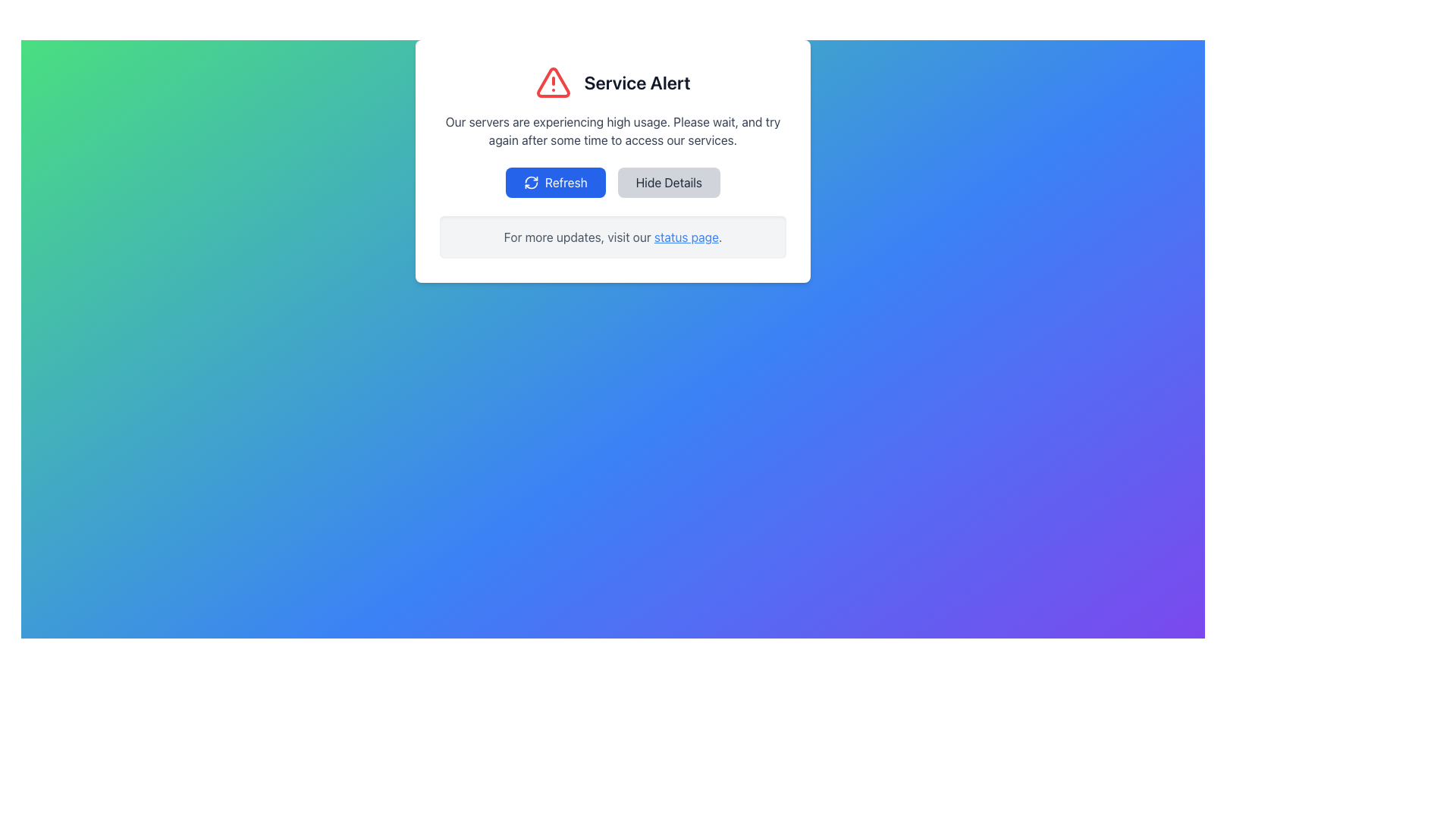 The height and width of the screenshot is (819, 1456). What do you see at coordinates (668, 181) in the screenshot?
I see `the 'Hide Details' button with black text on a grey background, located to the right of the 'Refresh' button` at bounding box center [668, 181].